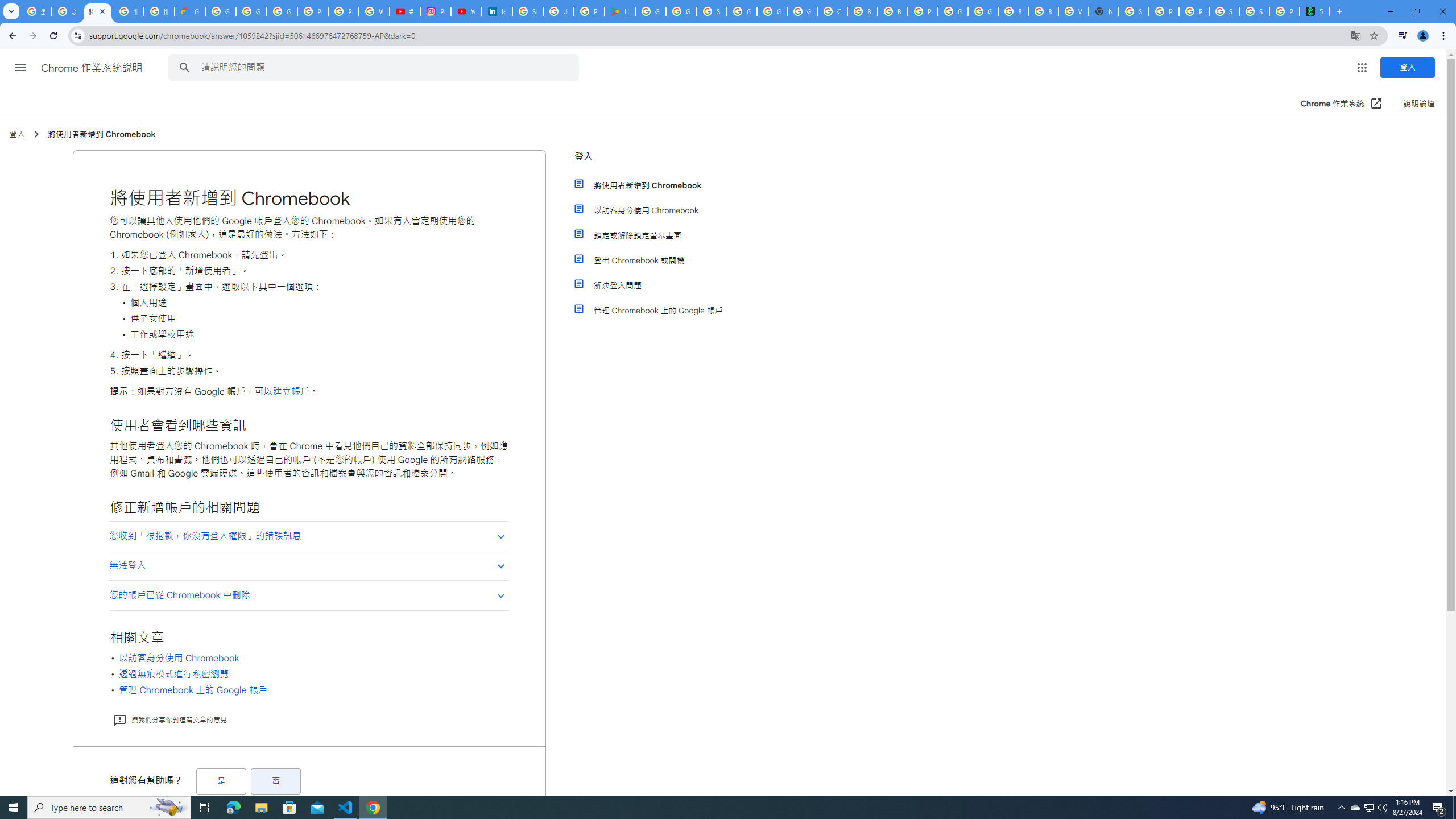  What do you see at coordinates (1043, 11) in the screenshot?
I see `'Browse Chrome as a guest - Computer - Google Chrome Help'` at bounding box center [1043, 11].